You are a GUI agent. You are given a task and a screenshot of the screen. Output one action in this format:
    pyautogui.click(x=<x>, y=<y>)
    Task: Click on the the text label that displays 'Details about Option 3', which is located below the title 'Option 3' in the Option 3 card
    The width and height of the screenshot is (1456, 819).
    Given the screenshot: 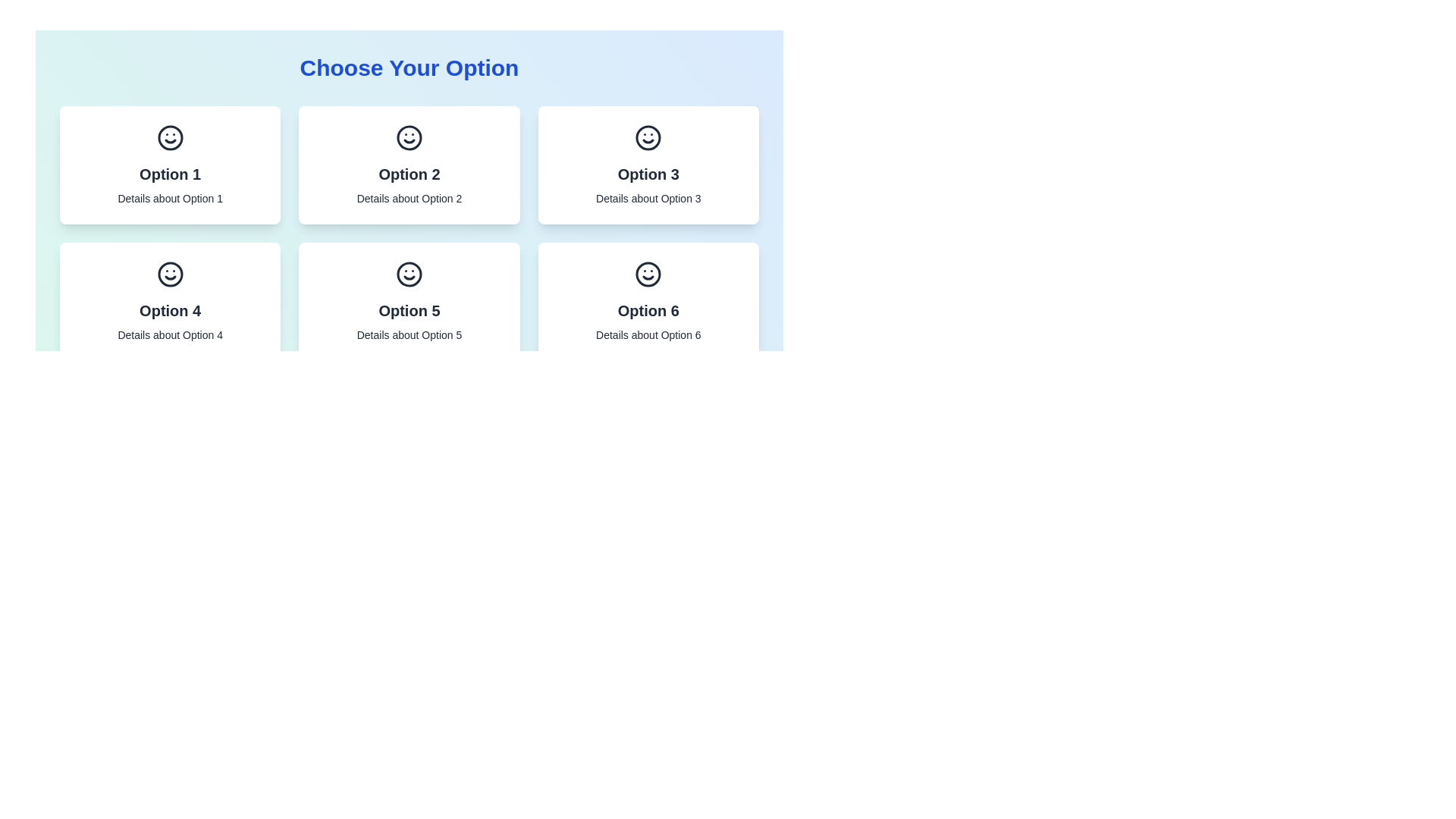 What is the action you would take?
    pyautogui.click(x=648, y=198)
    